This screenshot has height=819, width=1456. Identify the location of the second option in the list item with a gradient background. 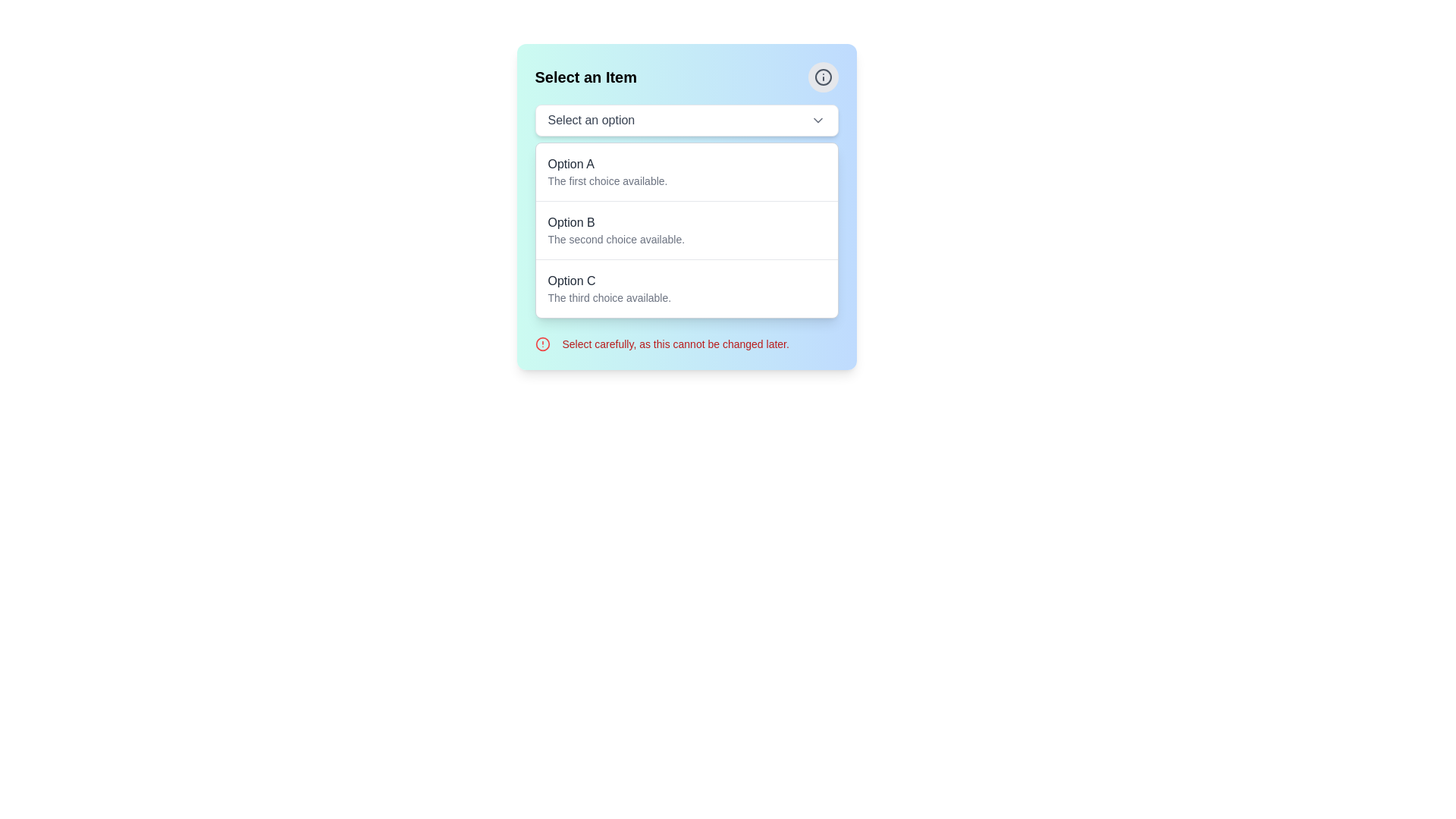
(686, 207).